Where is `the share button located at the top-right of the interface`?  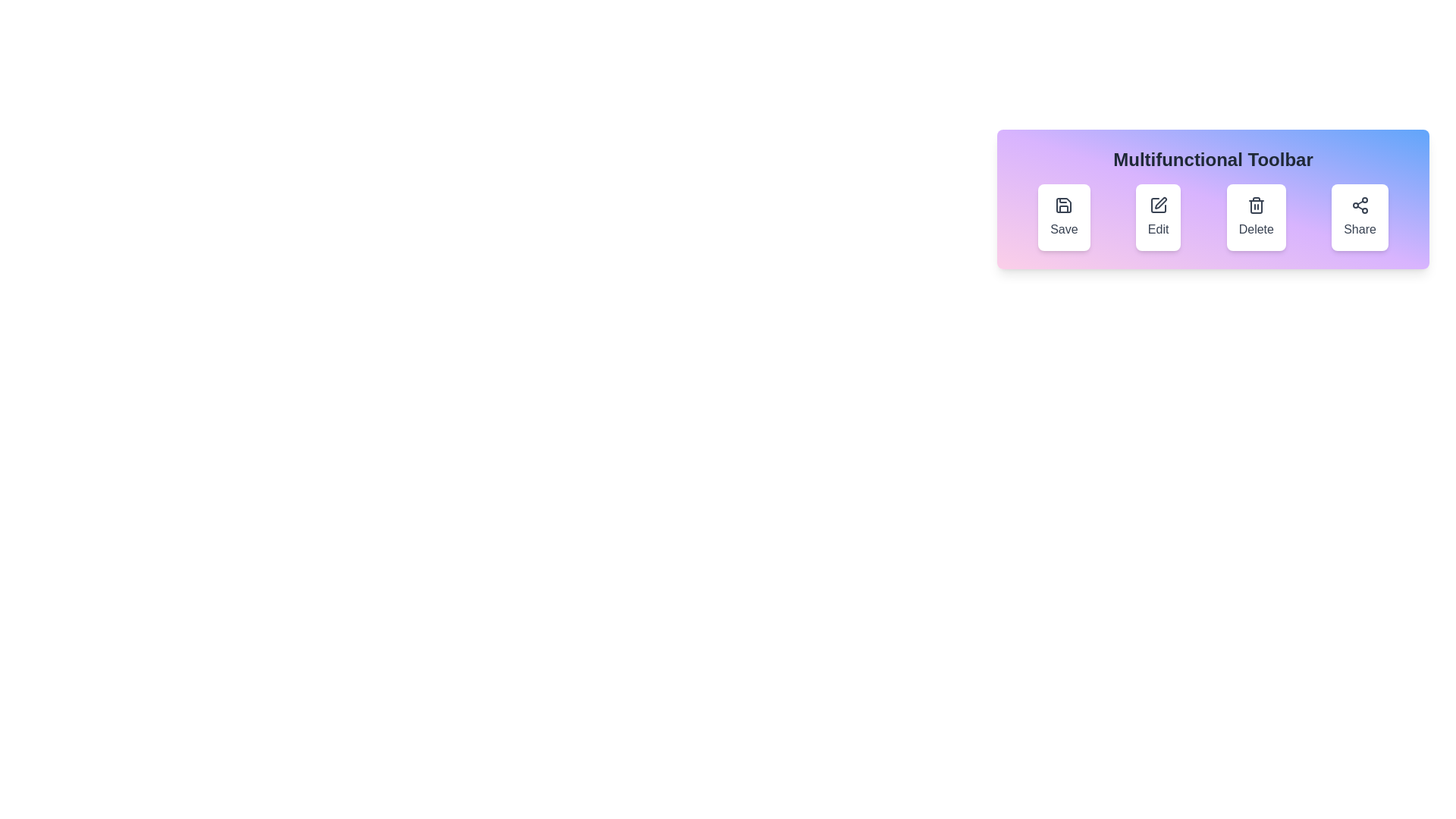
the share button located at the top-right of the interface is located at coordinates (1360, 217).